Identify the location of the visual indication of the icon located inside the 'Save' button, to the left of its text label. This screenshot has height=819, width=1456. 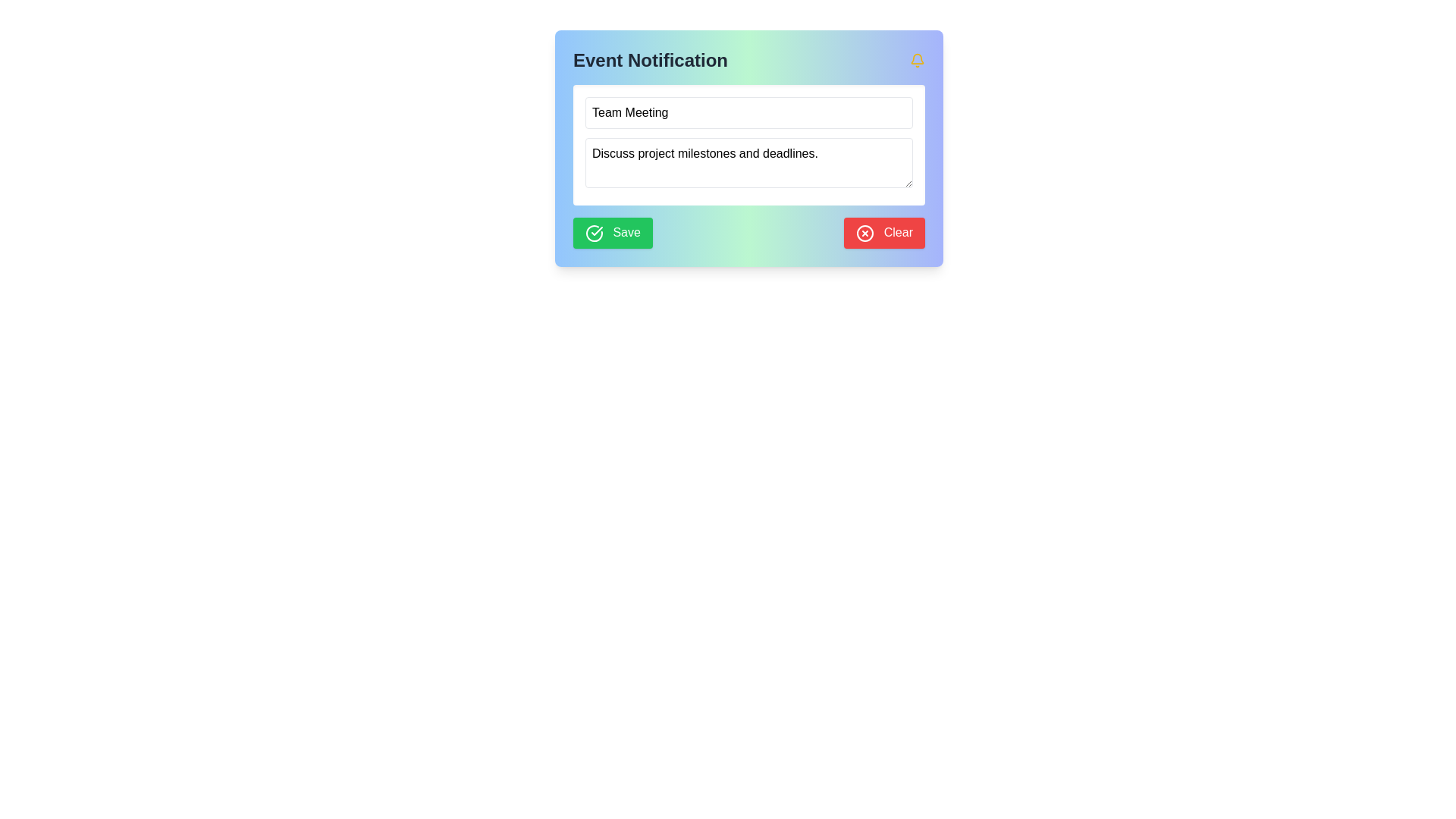
(593, 233).